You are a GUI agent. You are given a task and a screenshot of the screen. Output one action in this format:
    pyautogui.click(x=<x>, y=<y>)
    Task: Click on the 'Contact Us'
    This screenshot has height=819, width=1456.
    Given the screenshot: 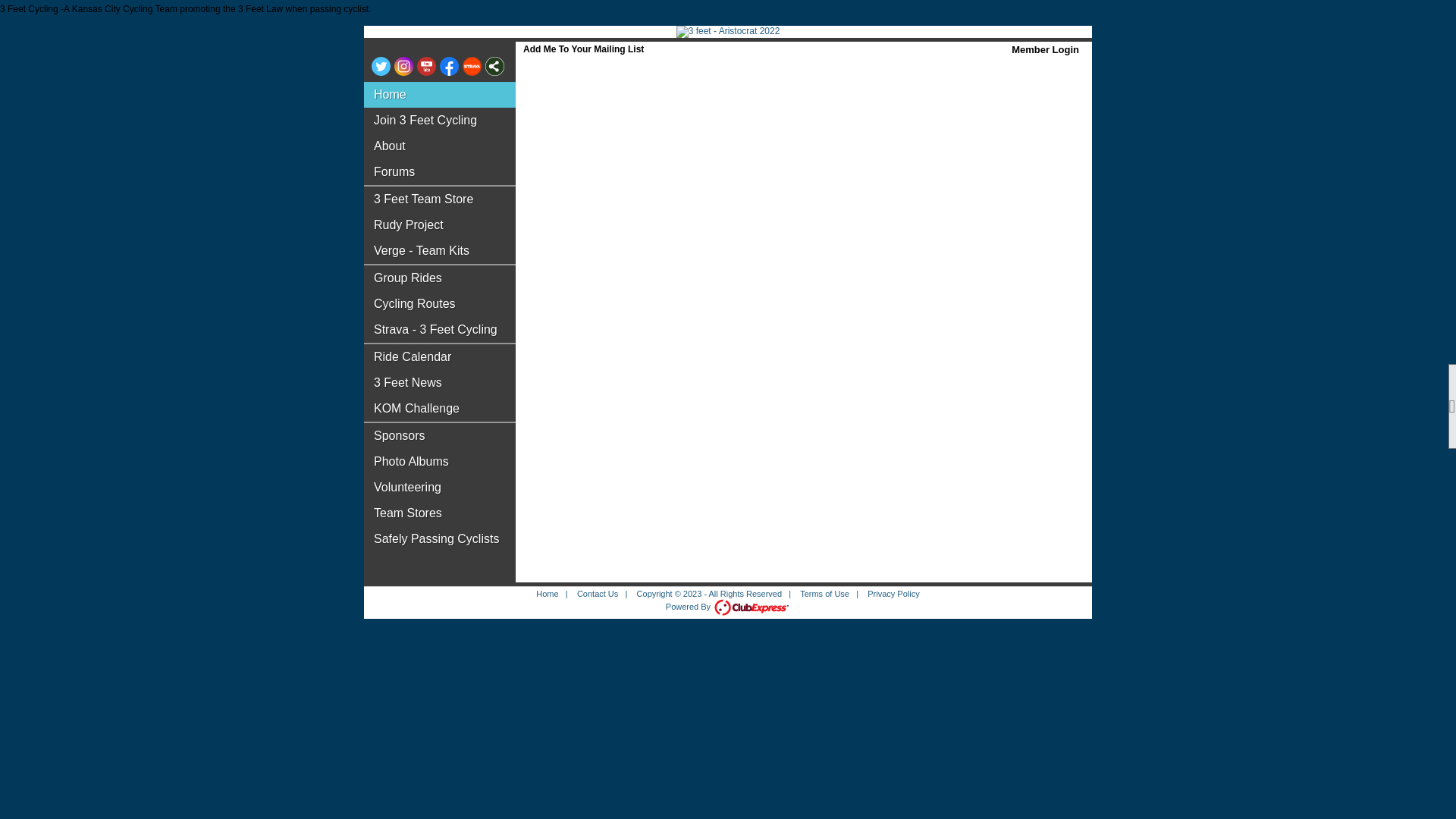 What is the action you would take?
    pyautogui.click(x=596, y=593)
    